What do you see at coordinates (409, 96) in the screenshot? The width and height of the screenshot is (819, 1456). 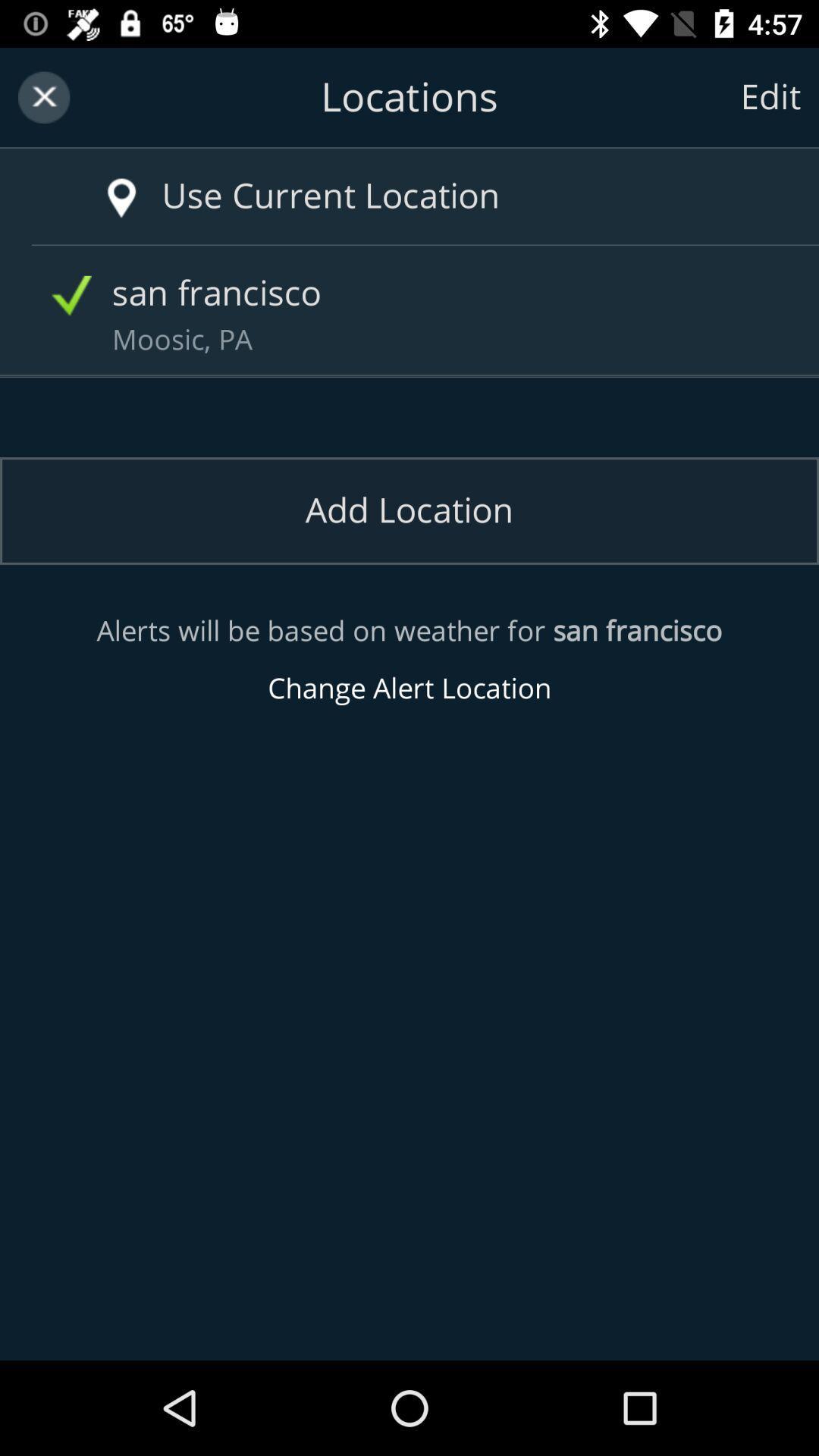 I see `locations sharing button` at bounding box center [409, 96].